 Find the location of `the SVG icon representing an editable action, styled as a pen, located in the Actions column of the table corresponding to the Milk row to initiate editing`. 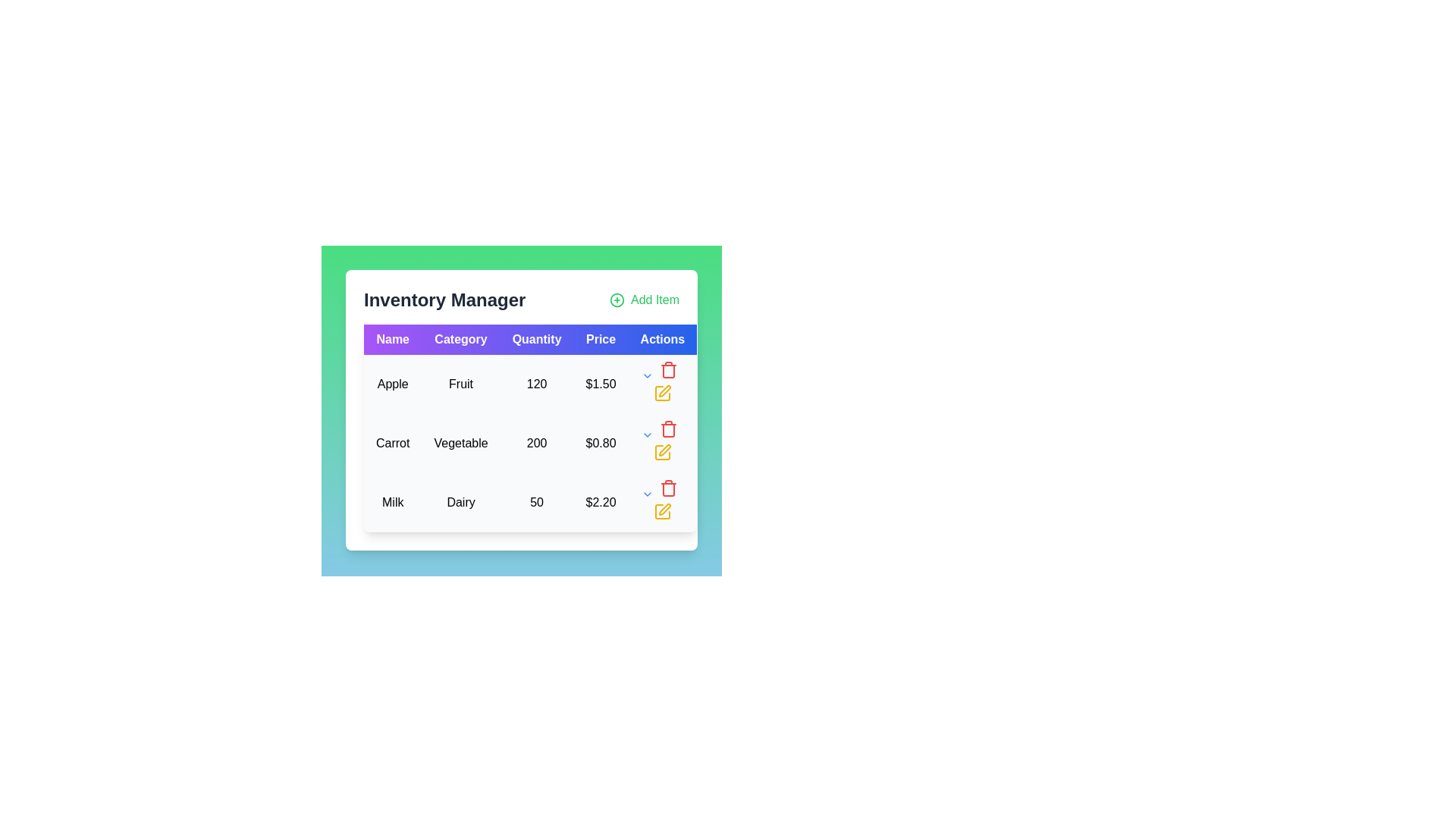

the SVG icon representing an editable action, styled as a pen, located in the Actions column of the table corresponding to the Milk row to initiate editing is located at coordinates (664, 391).